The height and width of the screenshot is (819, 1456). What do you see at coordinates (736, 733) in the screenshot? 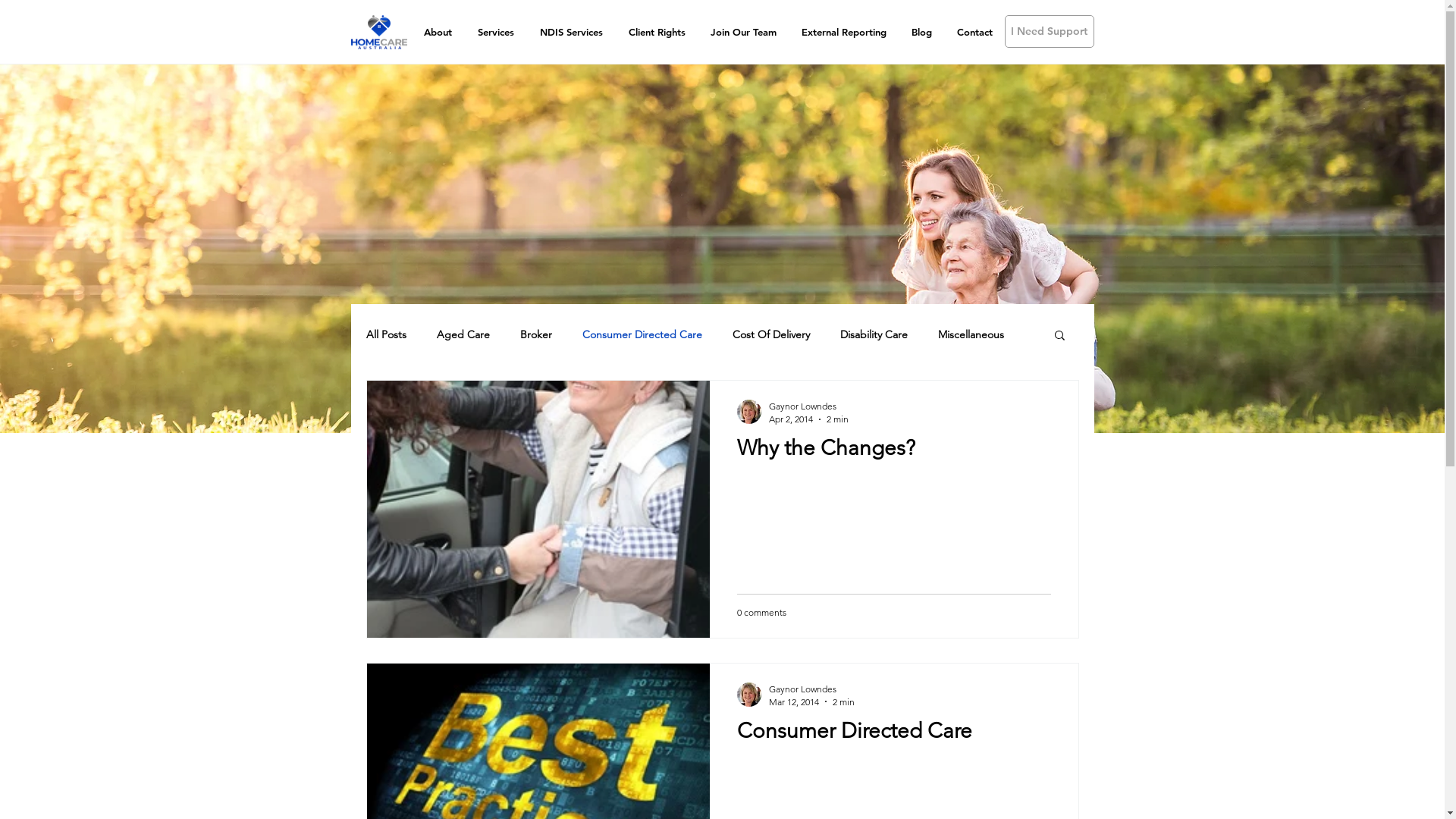
I see `'Consumer Directed Care'` at bounding box center [736, 733].